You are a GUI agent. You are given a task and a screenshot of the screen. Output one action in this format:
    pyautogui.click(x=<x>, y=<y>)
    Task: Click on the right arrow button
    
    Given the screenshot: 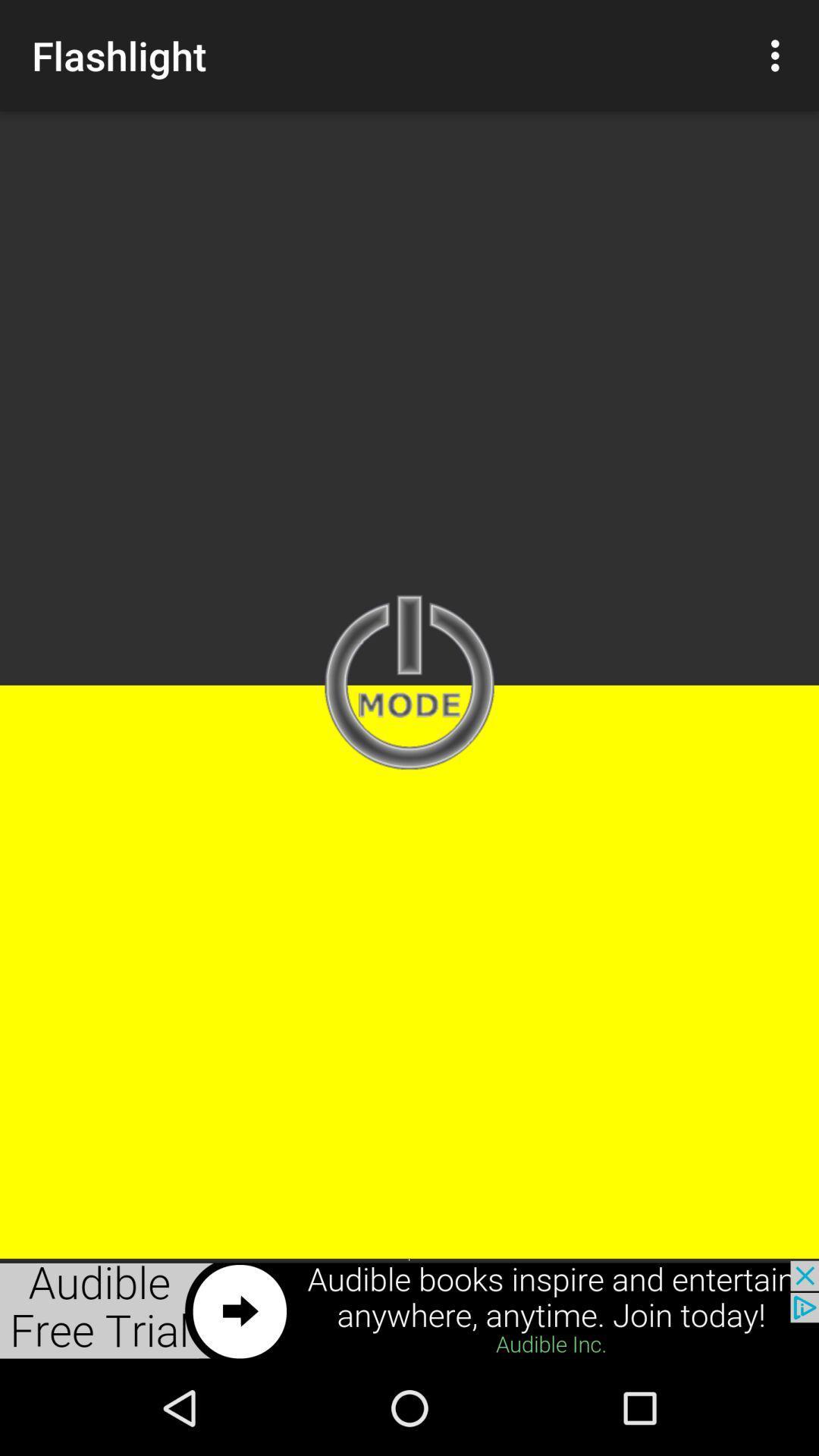 What is the action you would take?
    pyautogui.click(x=409, y=1310)
    